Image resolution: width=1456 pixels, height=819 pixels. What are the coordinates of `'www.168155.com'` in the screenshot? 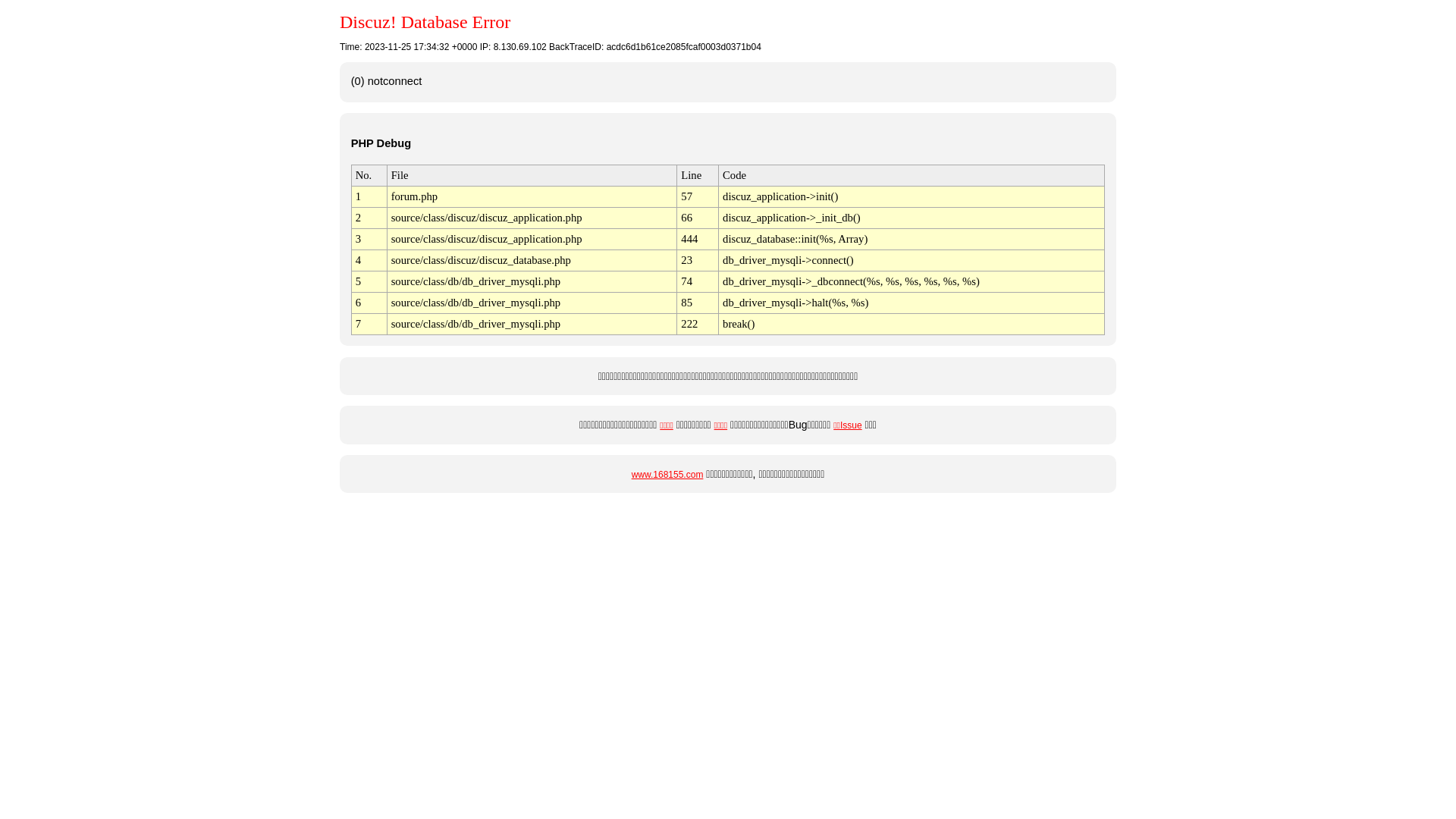 It's located at (667, 473).